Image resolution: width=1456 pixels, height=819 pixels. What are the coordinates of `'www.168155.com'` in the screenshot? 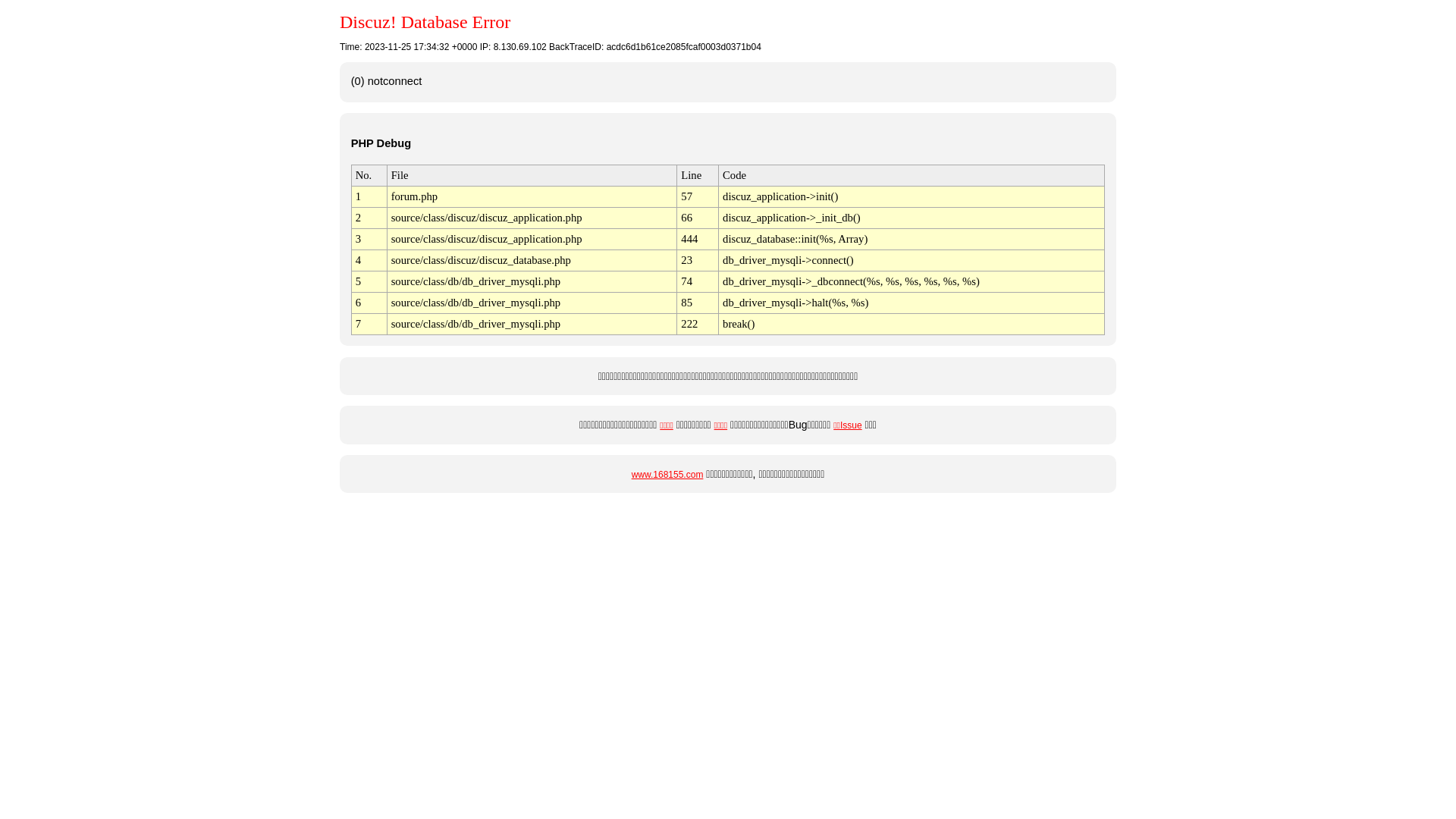 It's located at (667, 473).